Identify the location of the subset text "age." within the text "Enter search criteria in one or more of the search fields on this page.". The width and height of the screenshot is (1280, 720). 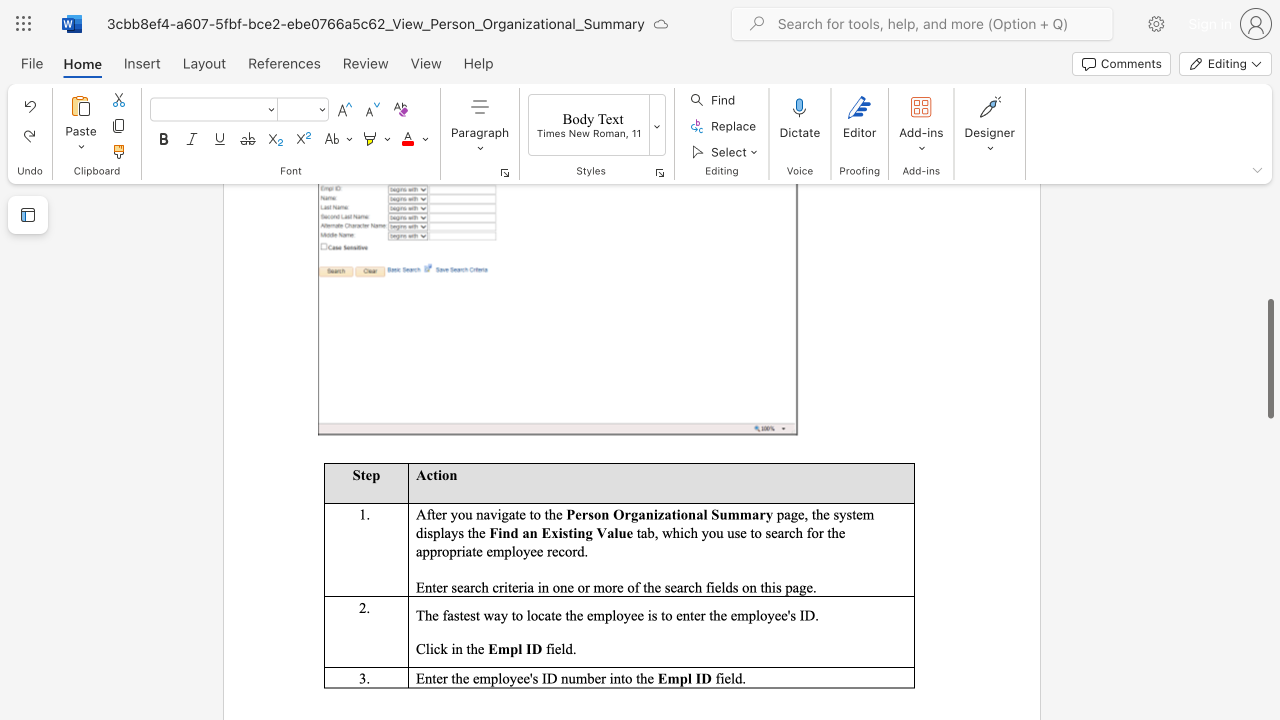
(791, 586).